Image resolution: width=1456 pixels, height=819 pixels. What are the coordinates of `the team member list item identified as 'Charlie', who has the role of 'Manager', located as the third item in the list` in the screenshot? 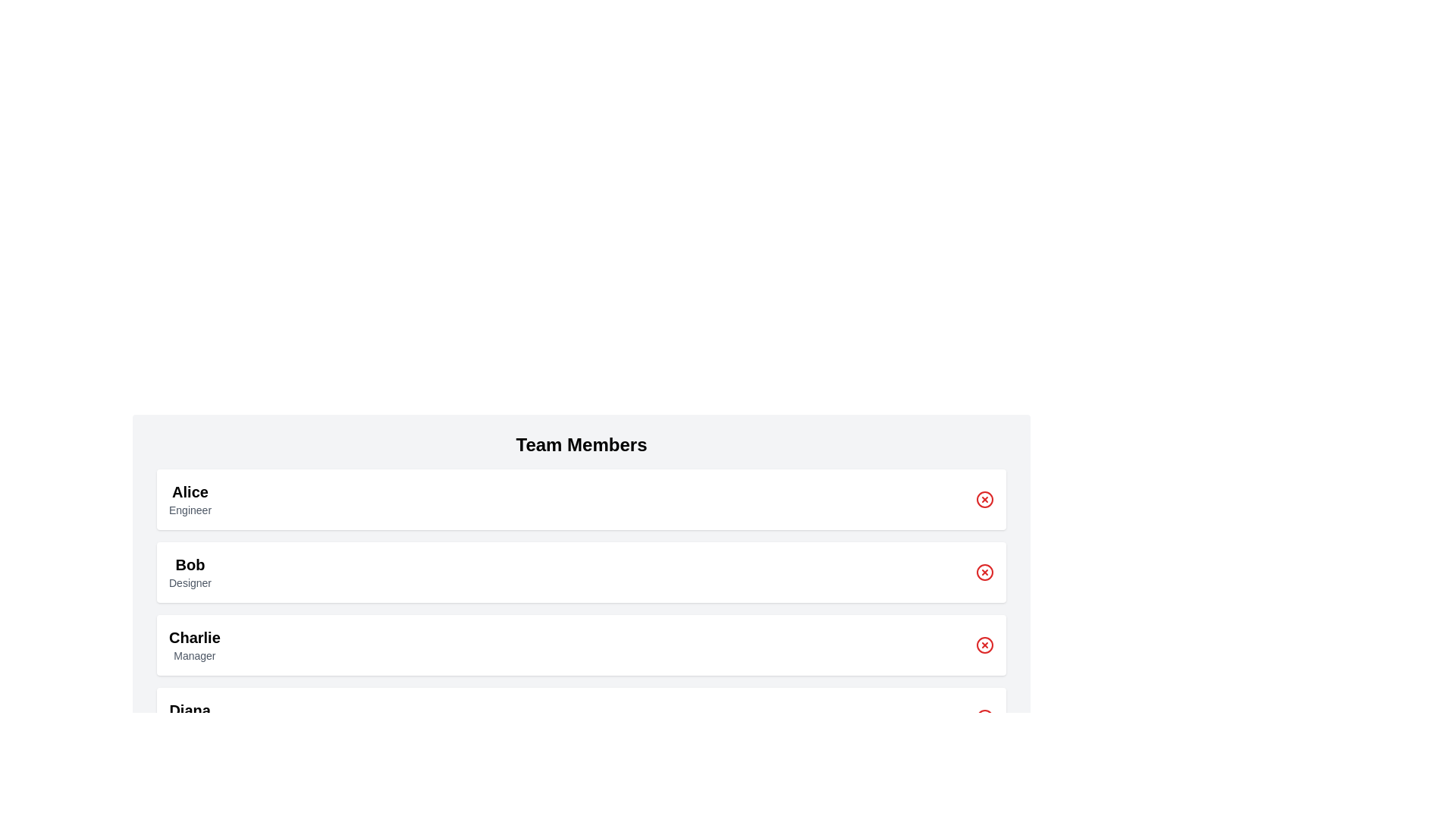 It's located at (581, 645).